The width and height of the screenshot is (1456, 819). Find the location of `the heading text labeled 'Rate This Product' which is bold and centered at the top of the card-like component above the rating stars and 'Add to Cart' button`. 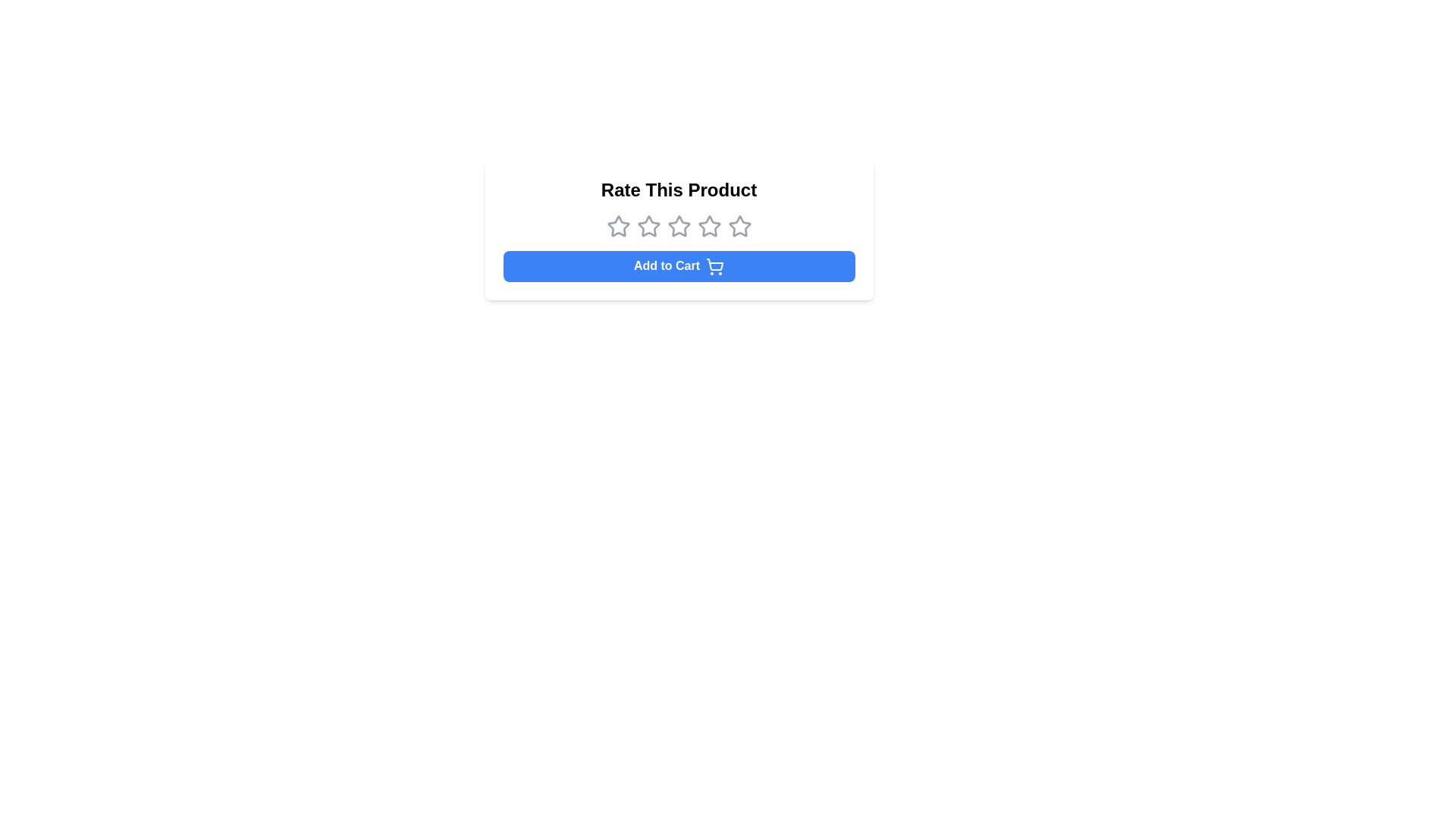

the heading text labeled 'Rate This Product' which is bold and centered at the top of the card-like component above the rating stars and 'Add to Cart' button is located at coordinates (678, 189).